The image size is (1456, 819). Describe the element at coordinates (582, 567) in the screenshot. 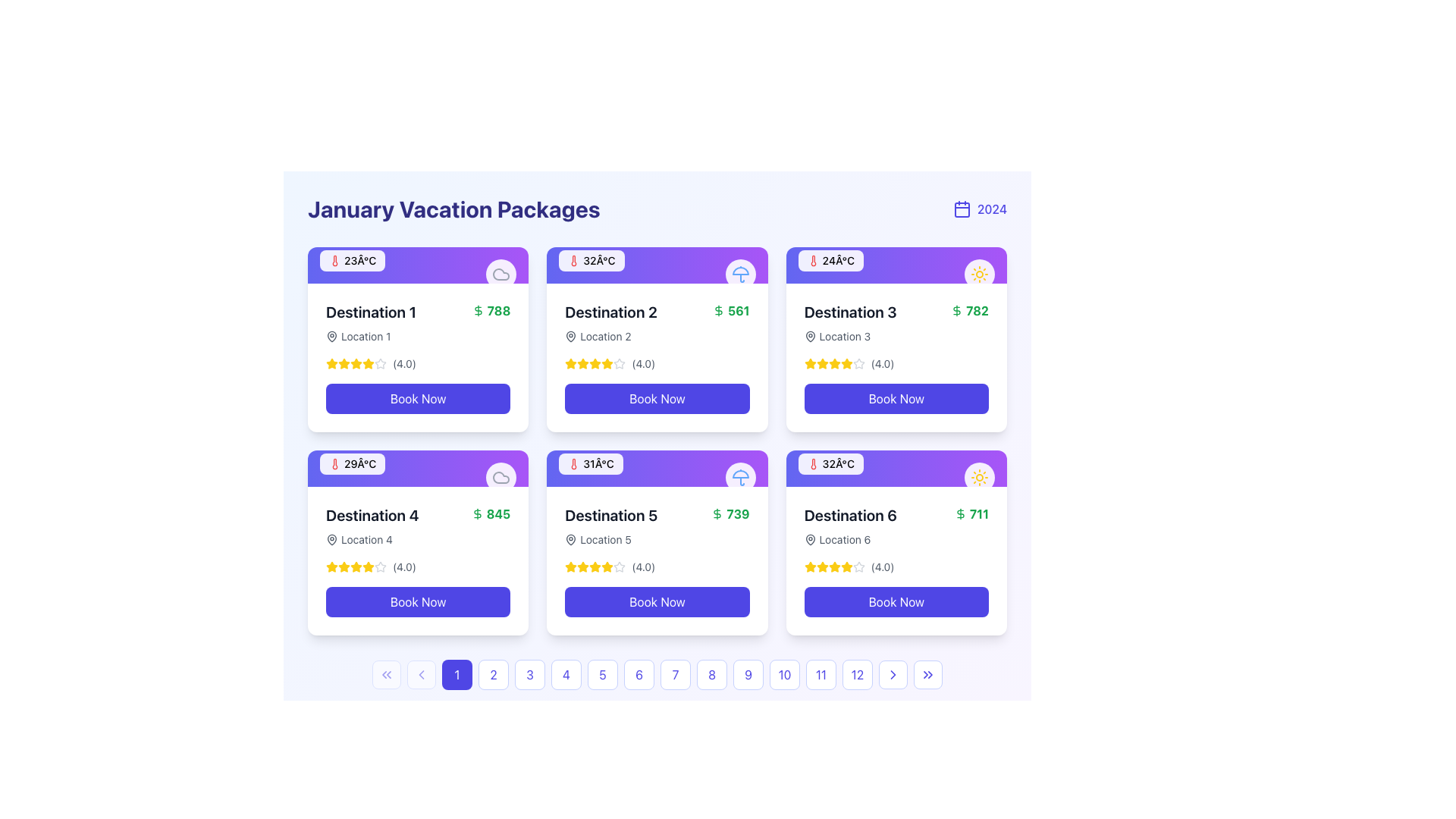

I see `the third yellow star icon in the rating system displayed beneath 'Destination 5' and 'Location 5'` at that location.